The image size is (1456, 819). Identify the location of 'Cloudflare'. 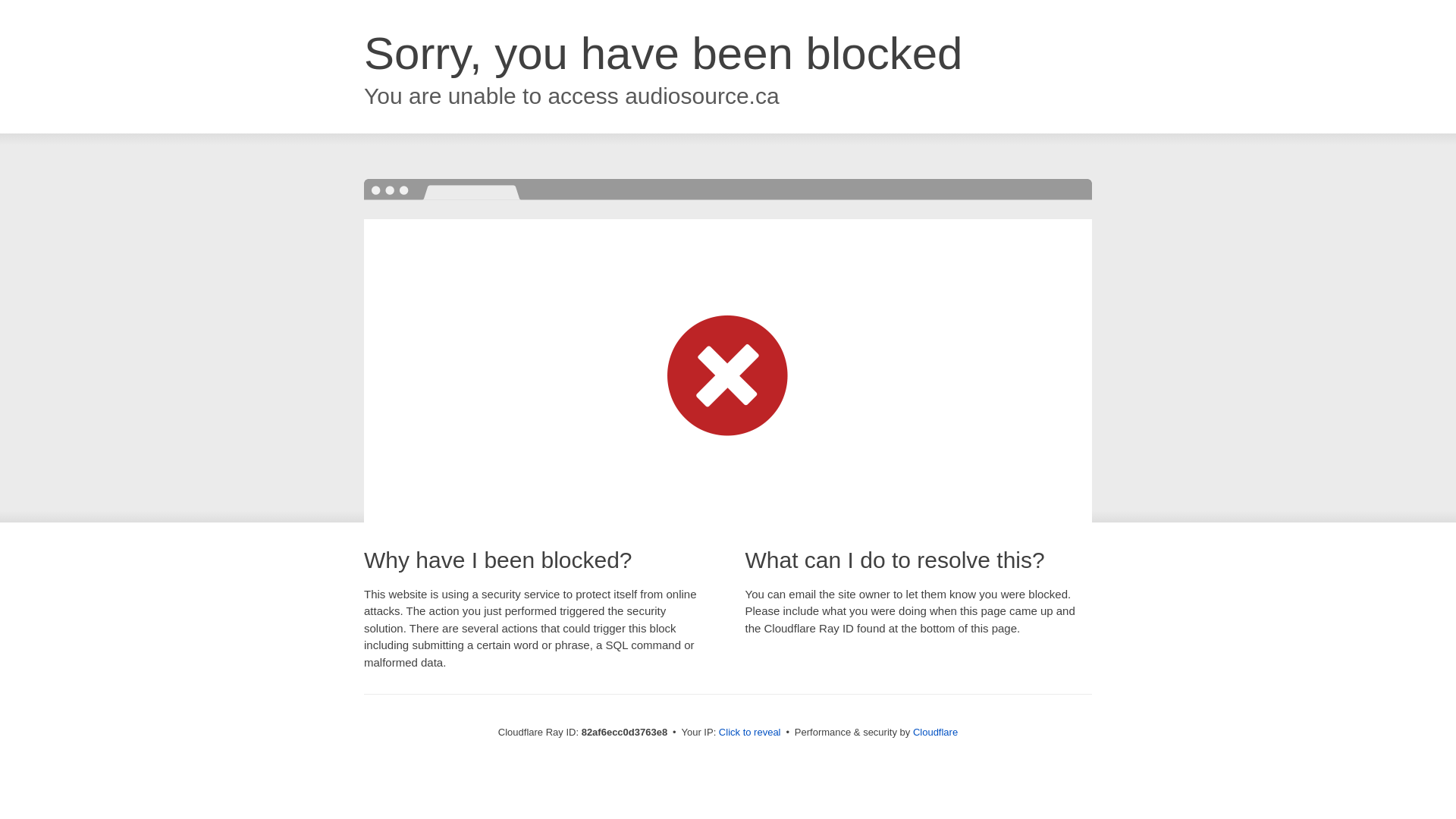
(934, 731).